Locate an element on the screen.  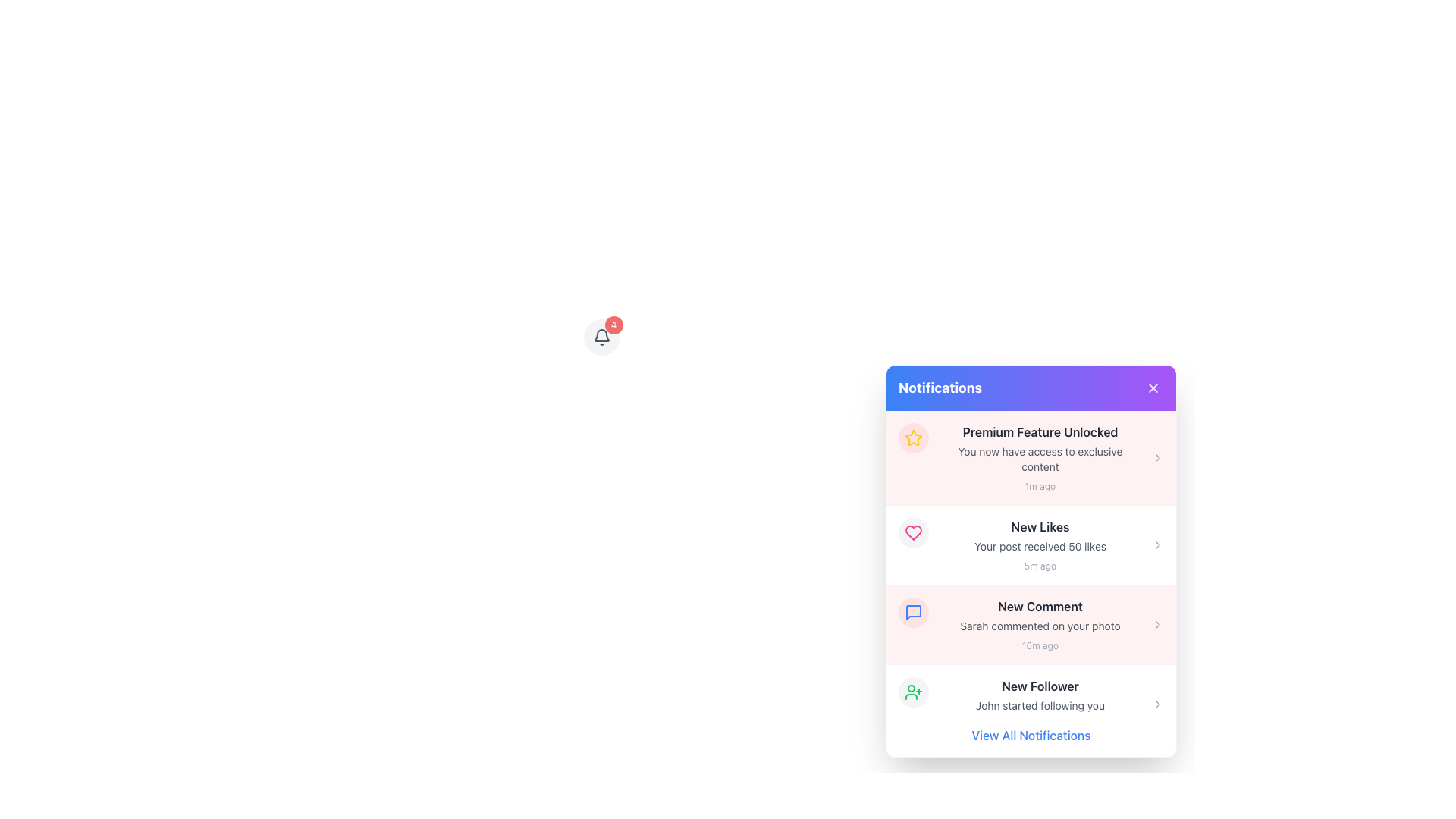
the Notification list item indicating that Sarah has commented on the user's photo, which is the third item in the notification panel is located at coordinates (1031, 625).